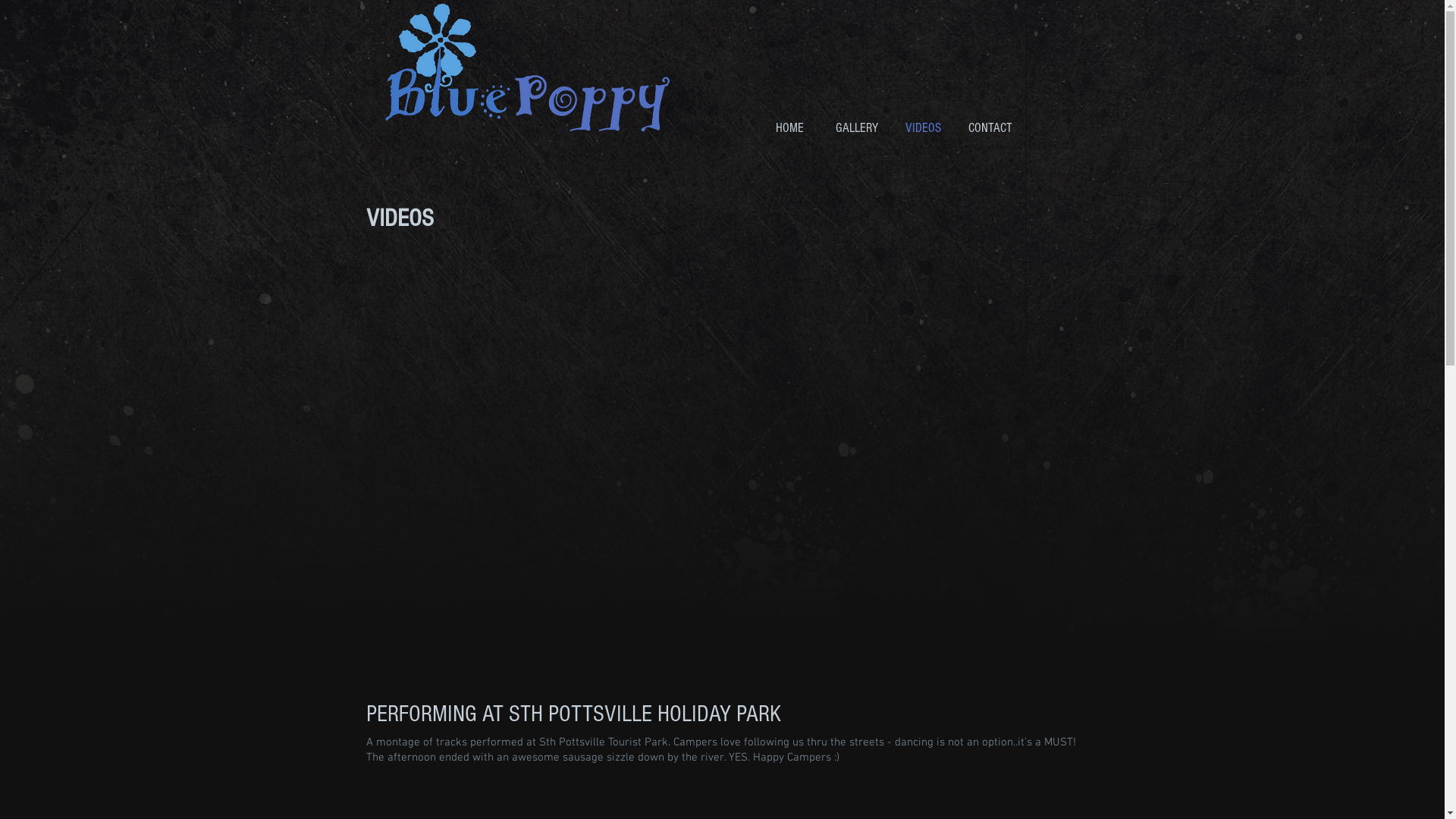  Describe the element at coordinates (383, 67) in the screenshot. I see `'blue%2520logo%2520no%2520roving%2520ent_'` at that location.